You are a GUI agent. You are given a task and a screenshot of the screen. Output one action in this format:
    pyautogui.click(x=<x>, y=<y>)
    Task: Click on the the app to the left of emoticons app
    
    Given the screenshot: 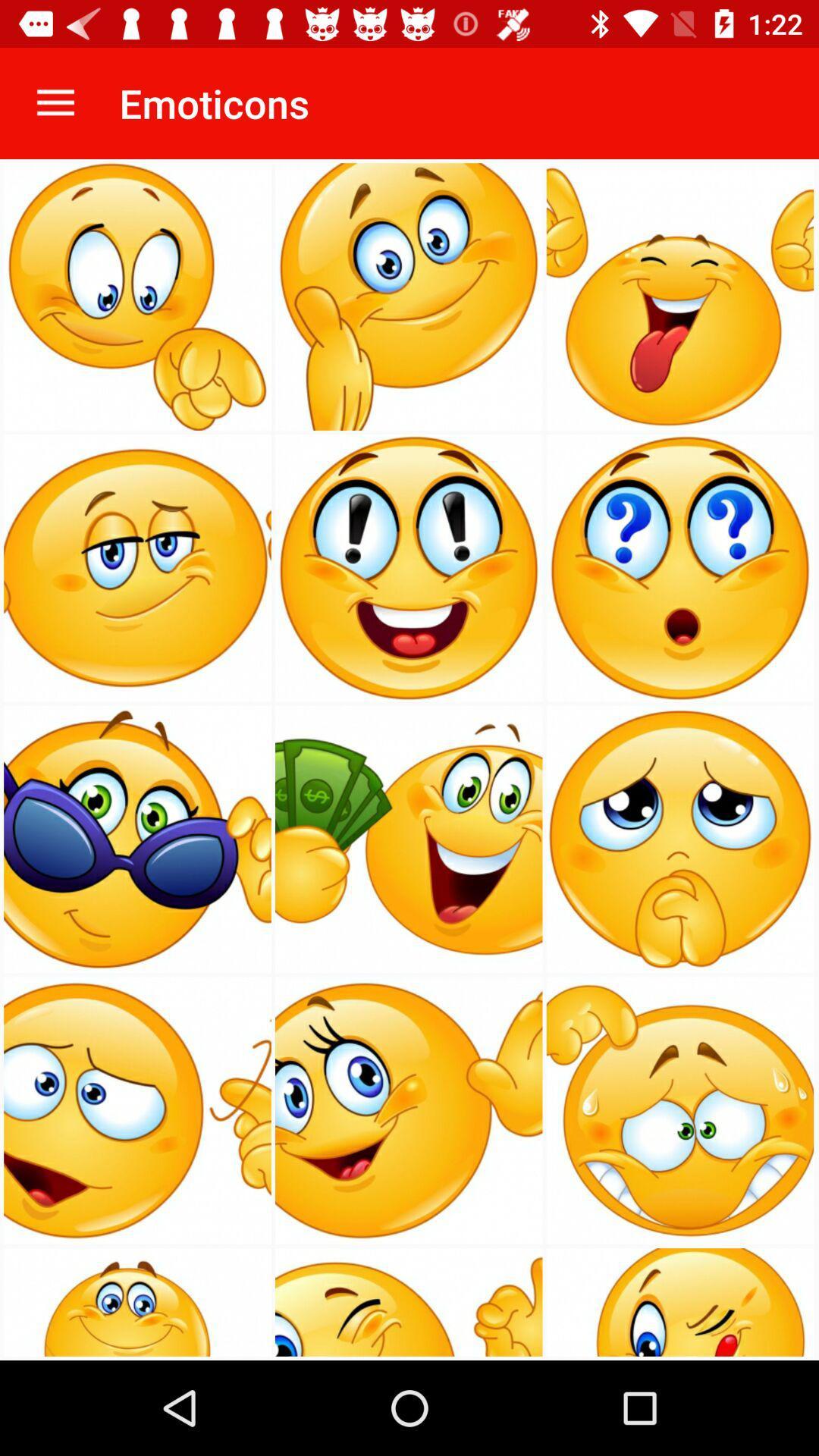 What is the action you would take?
    pyautogui.click(x=55, y=102)
    